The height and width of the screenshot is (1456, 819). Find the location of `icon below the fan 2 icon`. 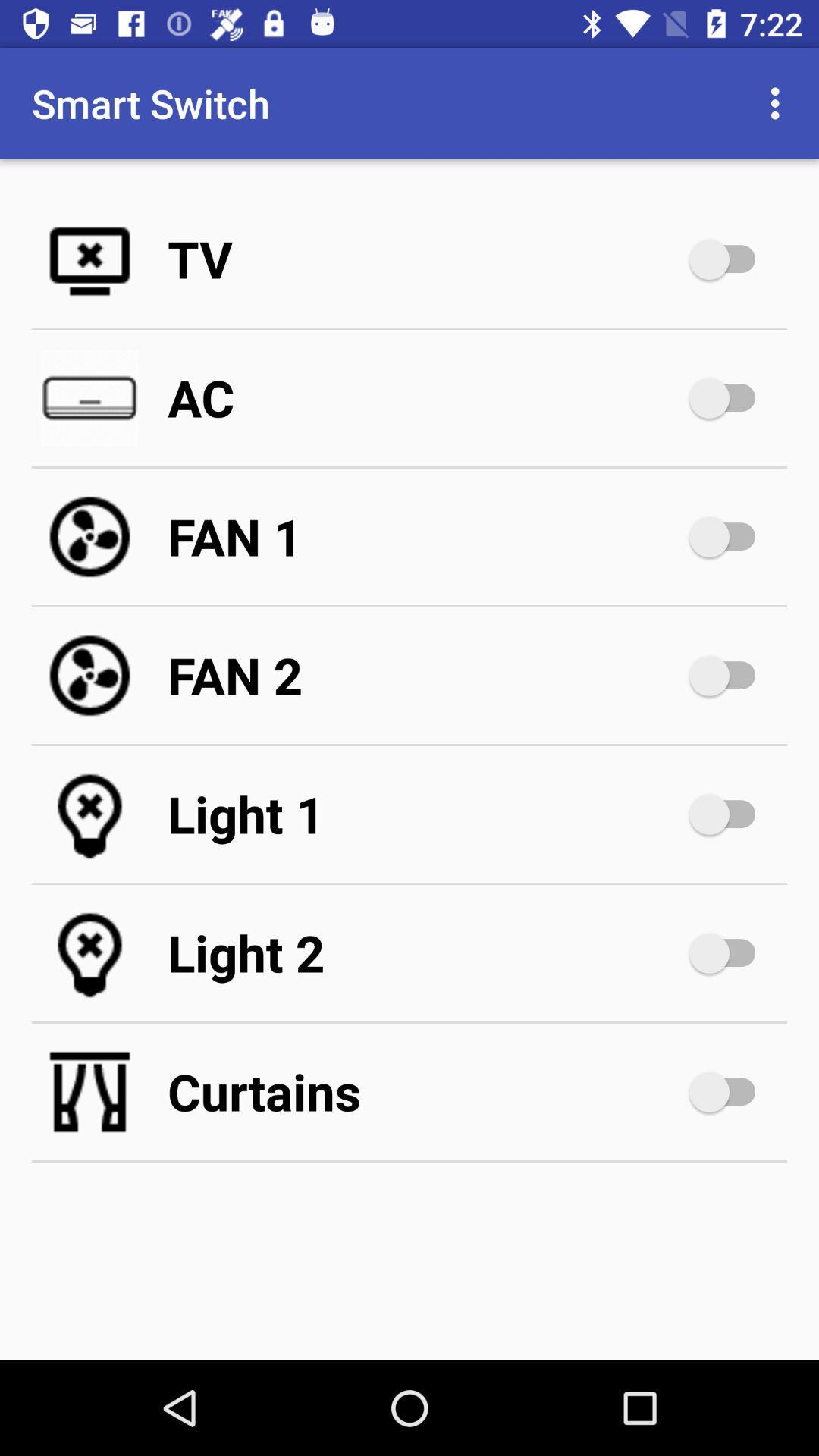

icon below the fan 2 icon is located at coordinates (425, 814).